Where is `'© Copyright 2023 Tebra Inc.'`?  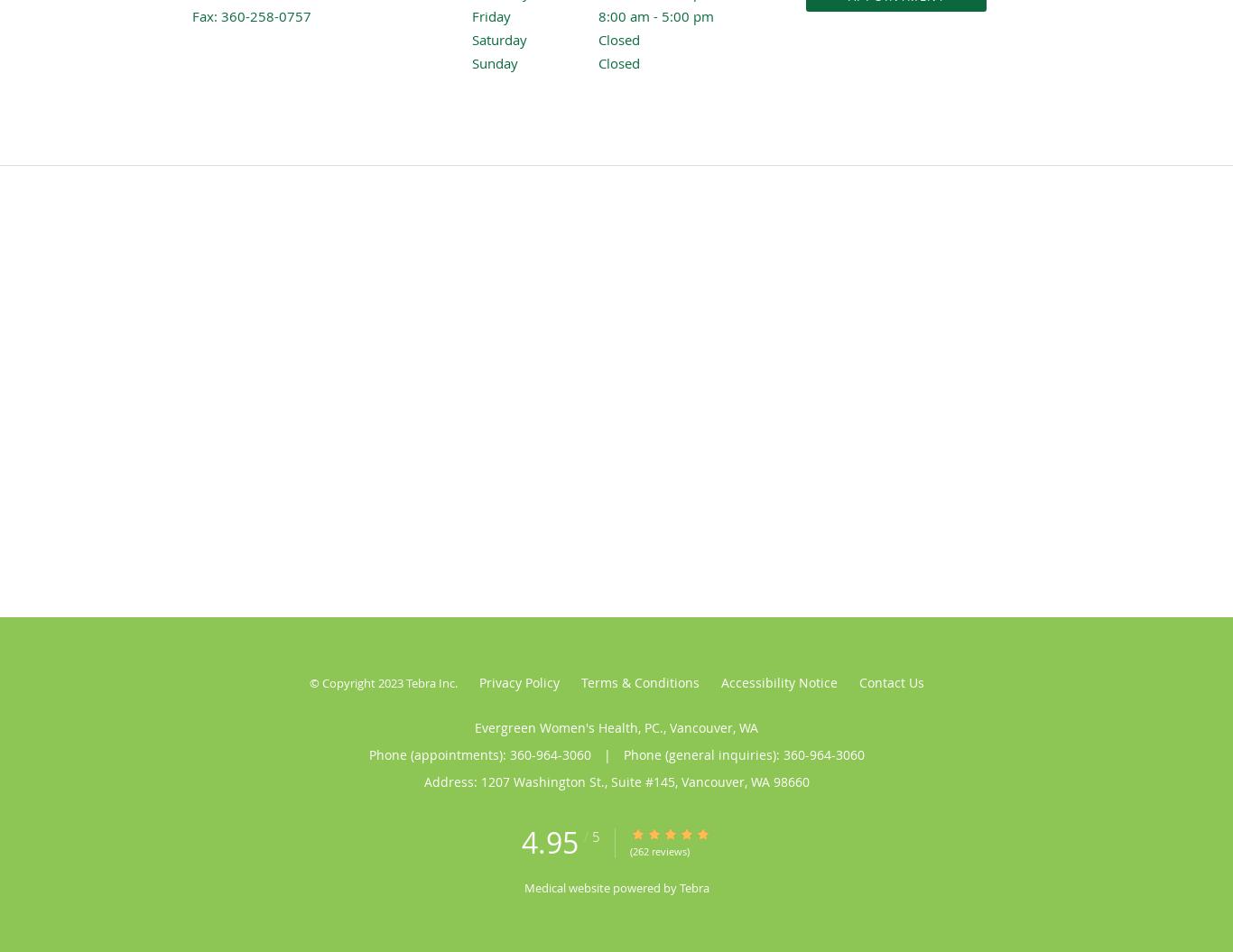 '© Copyright 2023 Tebra Inc.' is located at coordinates (309, 682).